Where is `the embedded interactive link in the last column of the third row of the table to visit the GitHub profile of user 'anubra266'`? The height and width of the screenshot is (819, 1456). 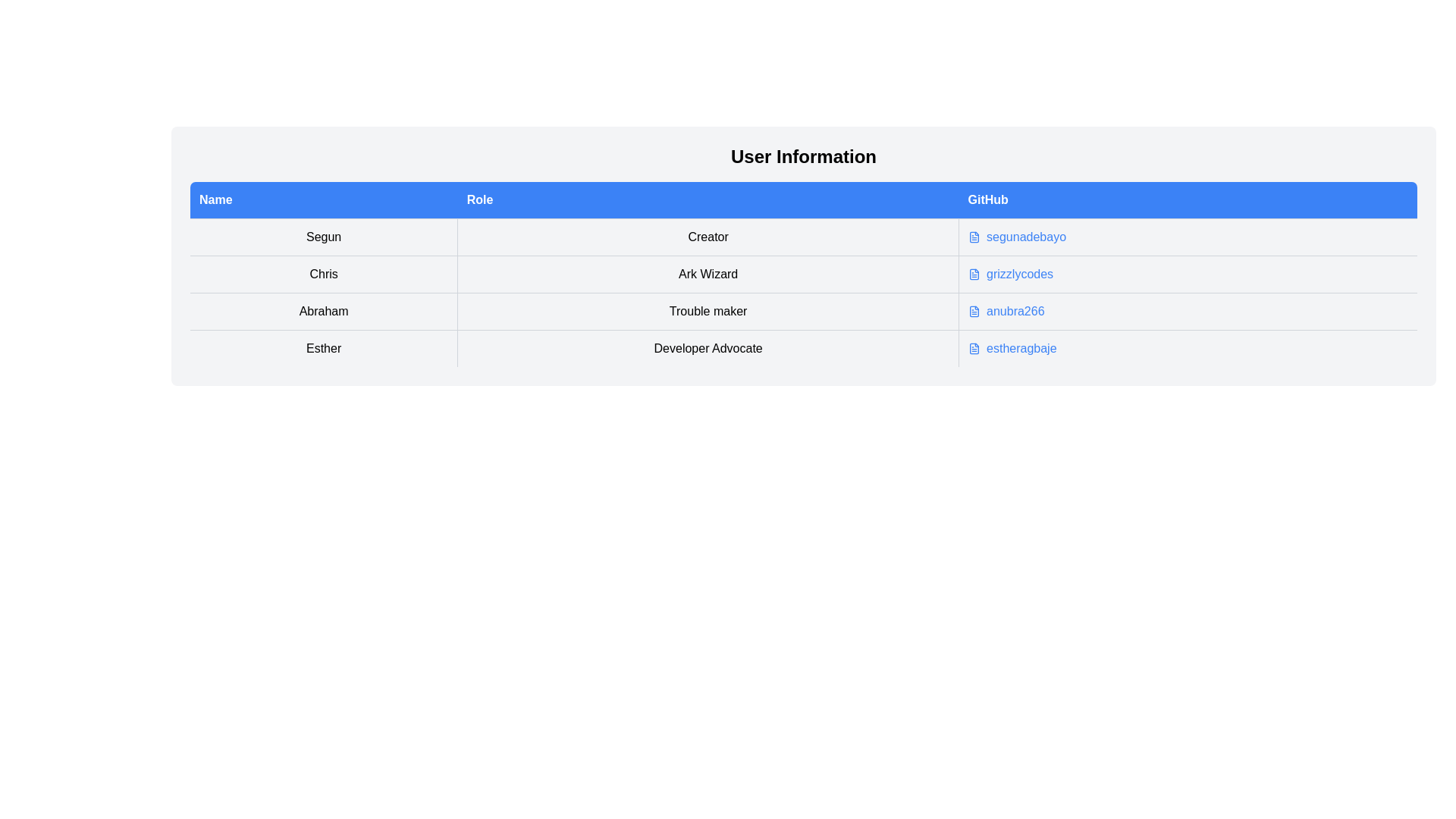
the embedded interactive link in the last column of the third row of the table to visit the GitHub profile of user 'anubra266' is located at coordinates (1188, 311).